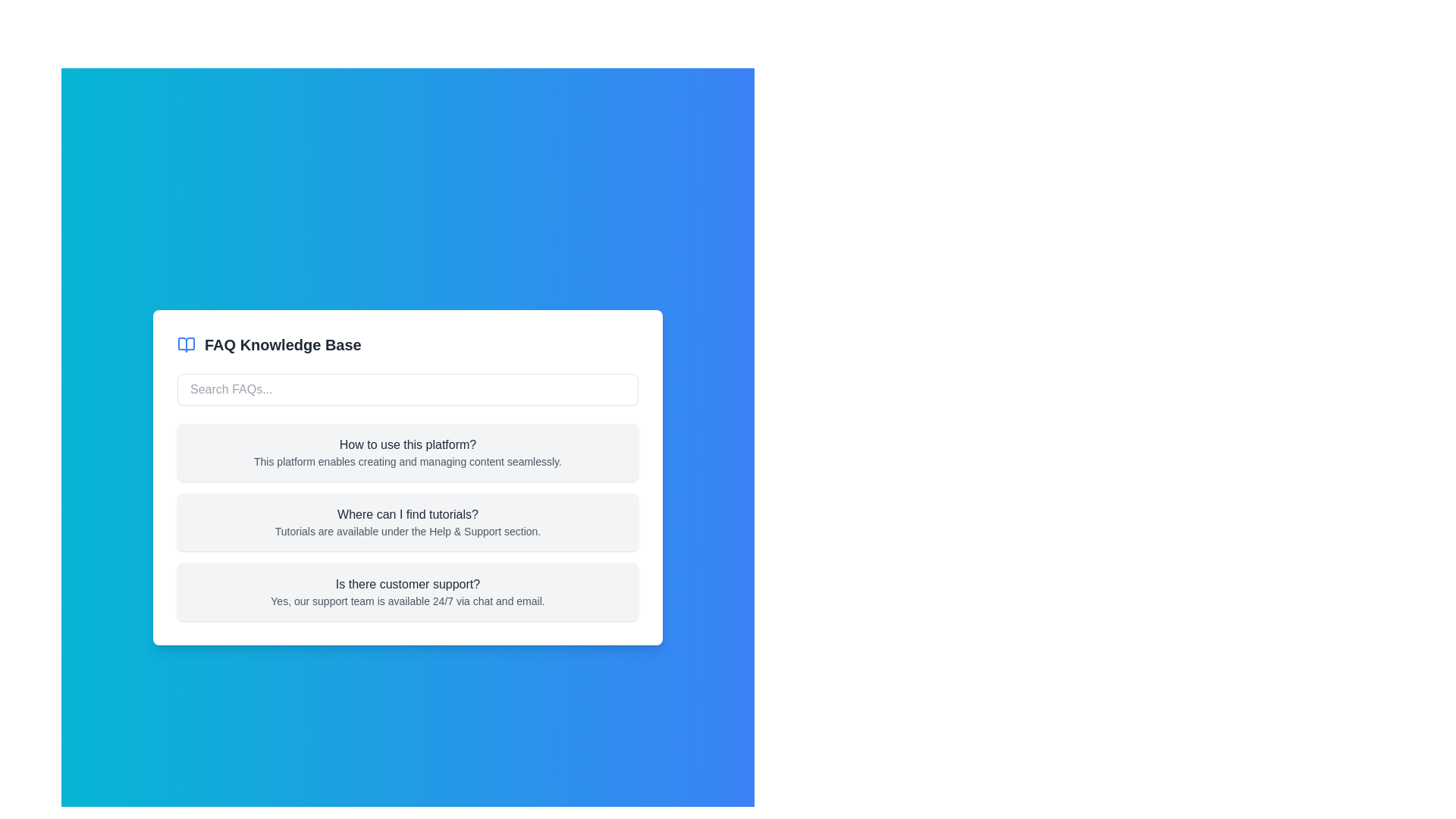 The image size is (1456, 819). What do you see at coordinates (407, 584) in the screenshot?
I see `the static text label that serves as a question heading in the FAQ section, located inside a card with a light gray background at the bottom of the visible FAQ section` at bounding box center [407, 584].